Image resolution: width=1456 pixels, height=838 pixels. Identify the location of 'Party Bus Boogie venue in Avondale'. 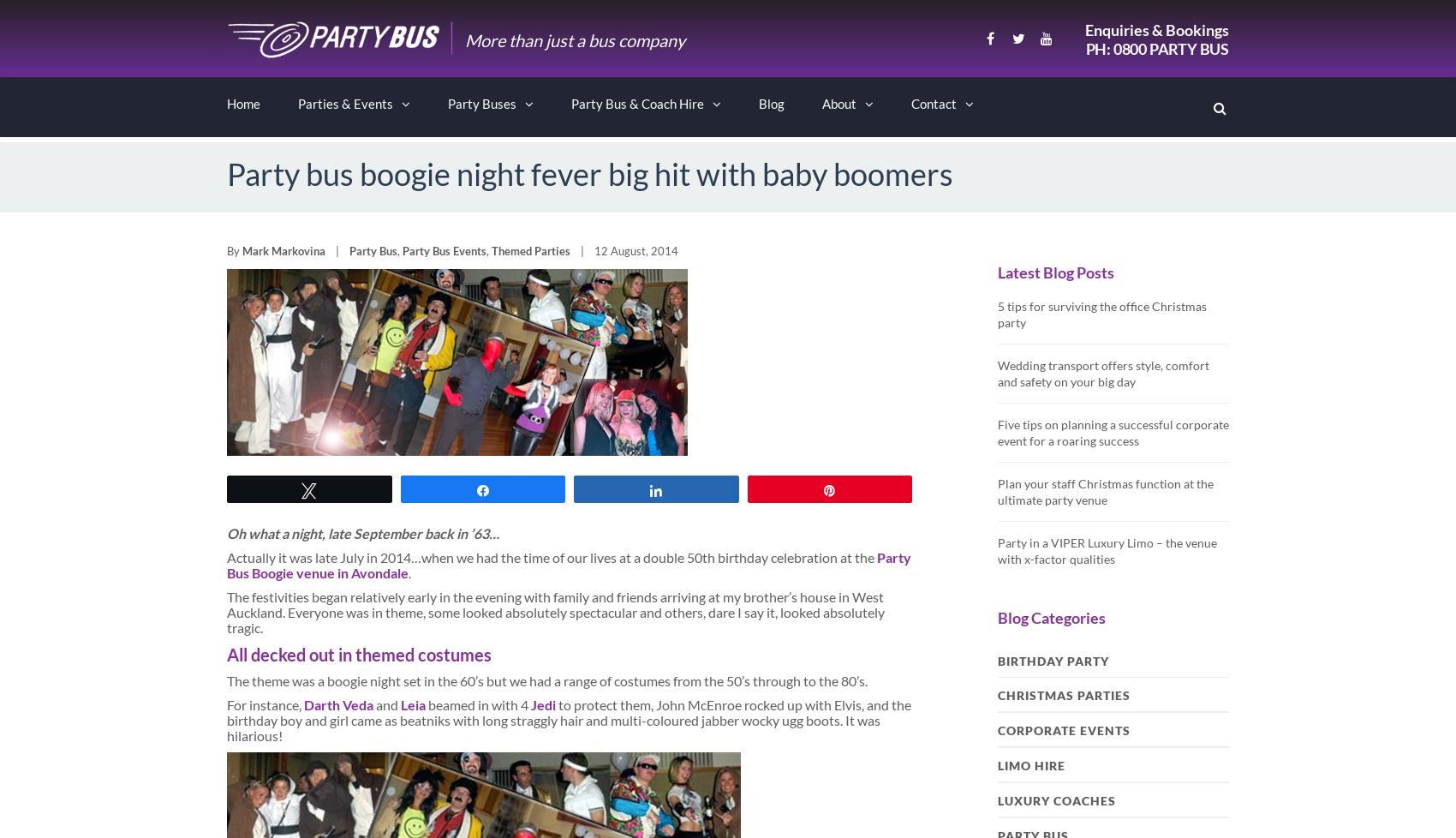
(569, 565).